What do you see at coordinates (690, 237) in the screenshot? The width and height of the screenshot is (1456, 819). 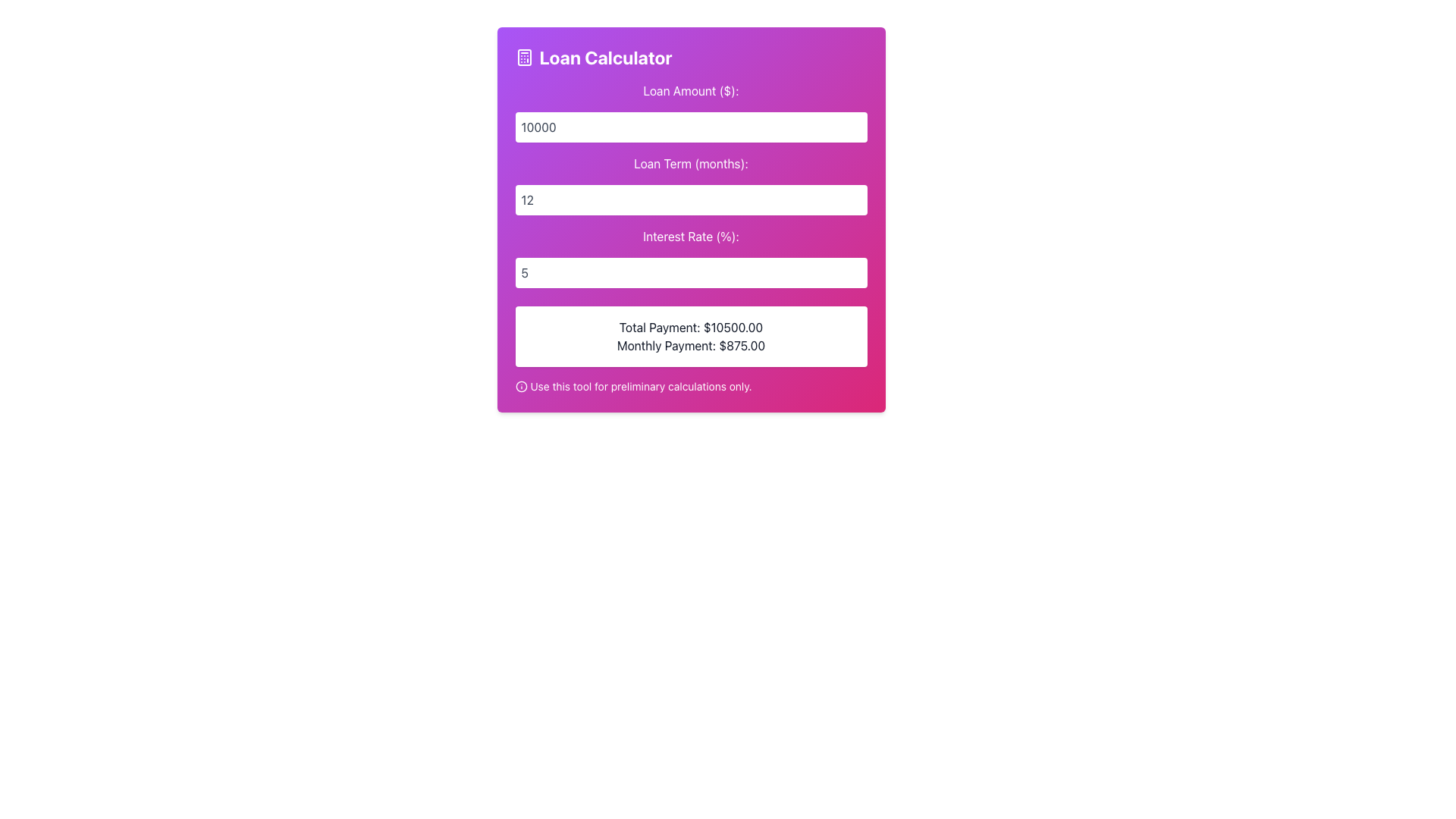 I see `the third label indicating the purpose of the adjacent input field for entering the interest rate as a percentage` at bounding box center [690, 237].